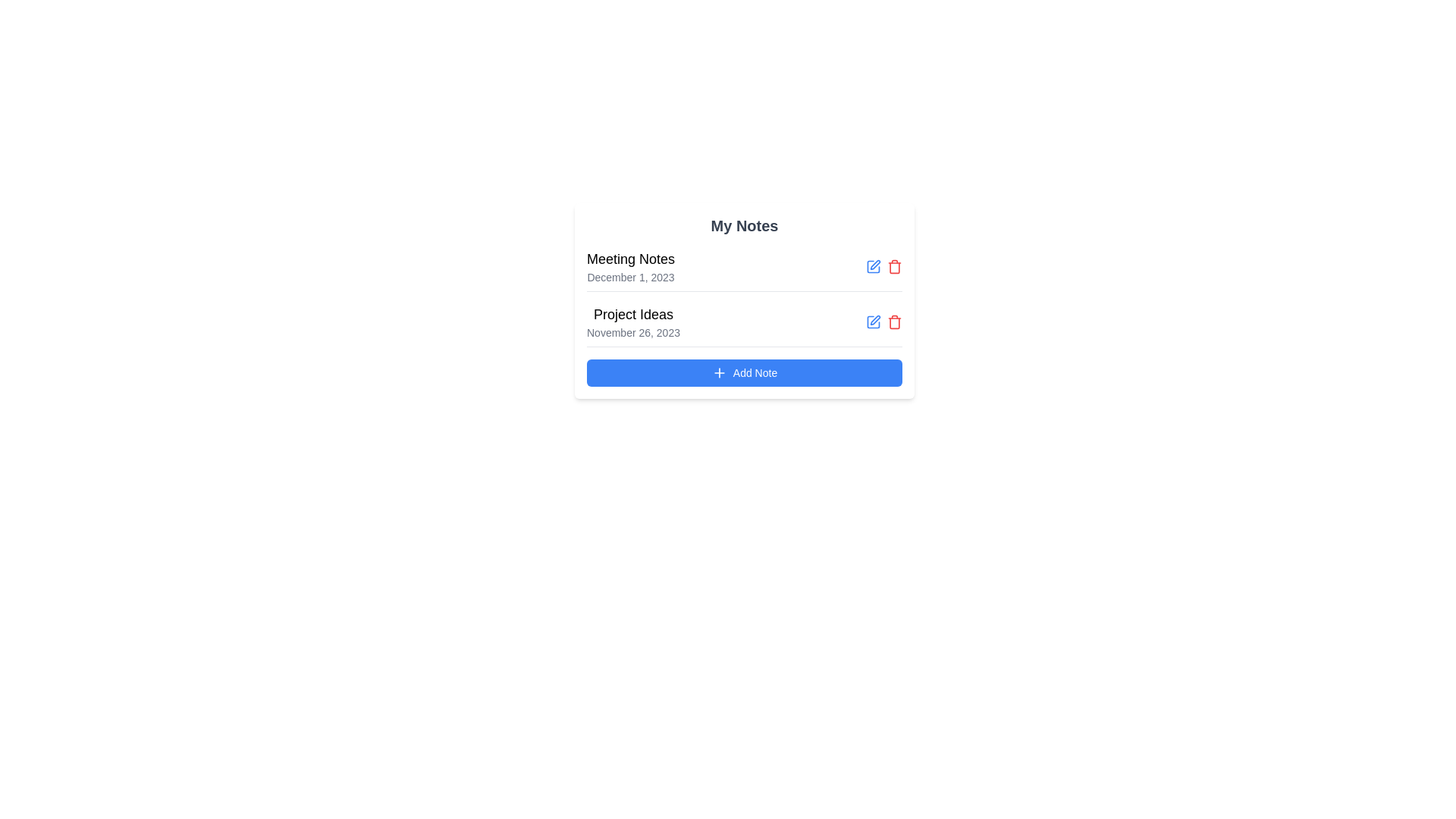 Image resolution: width=1456 pixels, height=819 pixels. Describe the element at coordinates (874, 265) in the screenshot. I see `the blue pen icon button located to the right of 'Meeting Notes' in the 'My Notes' section` at that location.